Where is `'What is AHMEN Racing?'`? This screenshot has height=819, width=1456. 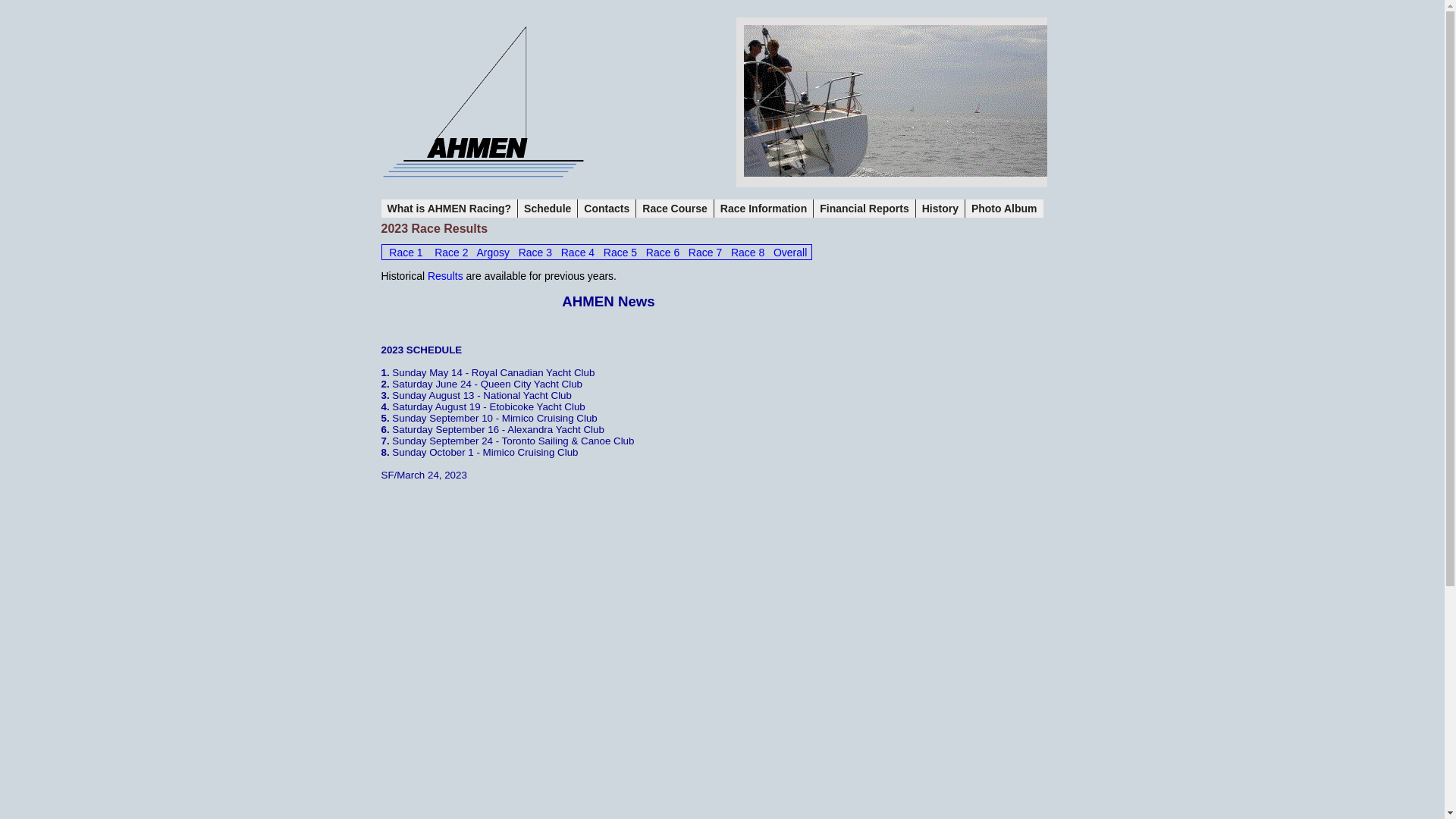
'What is AHMEN Racing?' is located at coordinates (448, 208).